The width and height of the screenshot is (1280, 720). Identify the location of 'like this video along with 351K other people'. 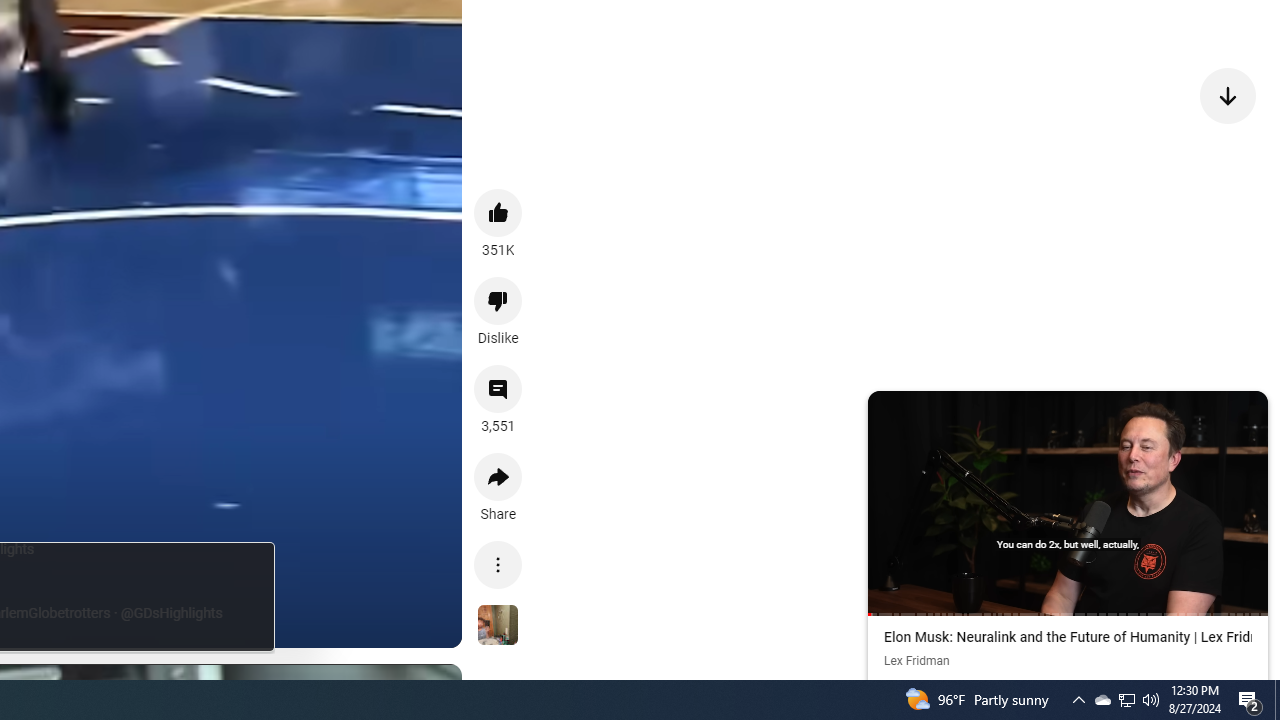
(498, 212).